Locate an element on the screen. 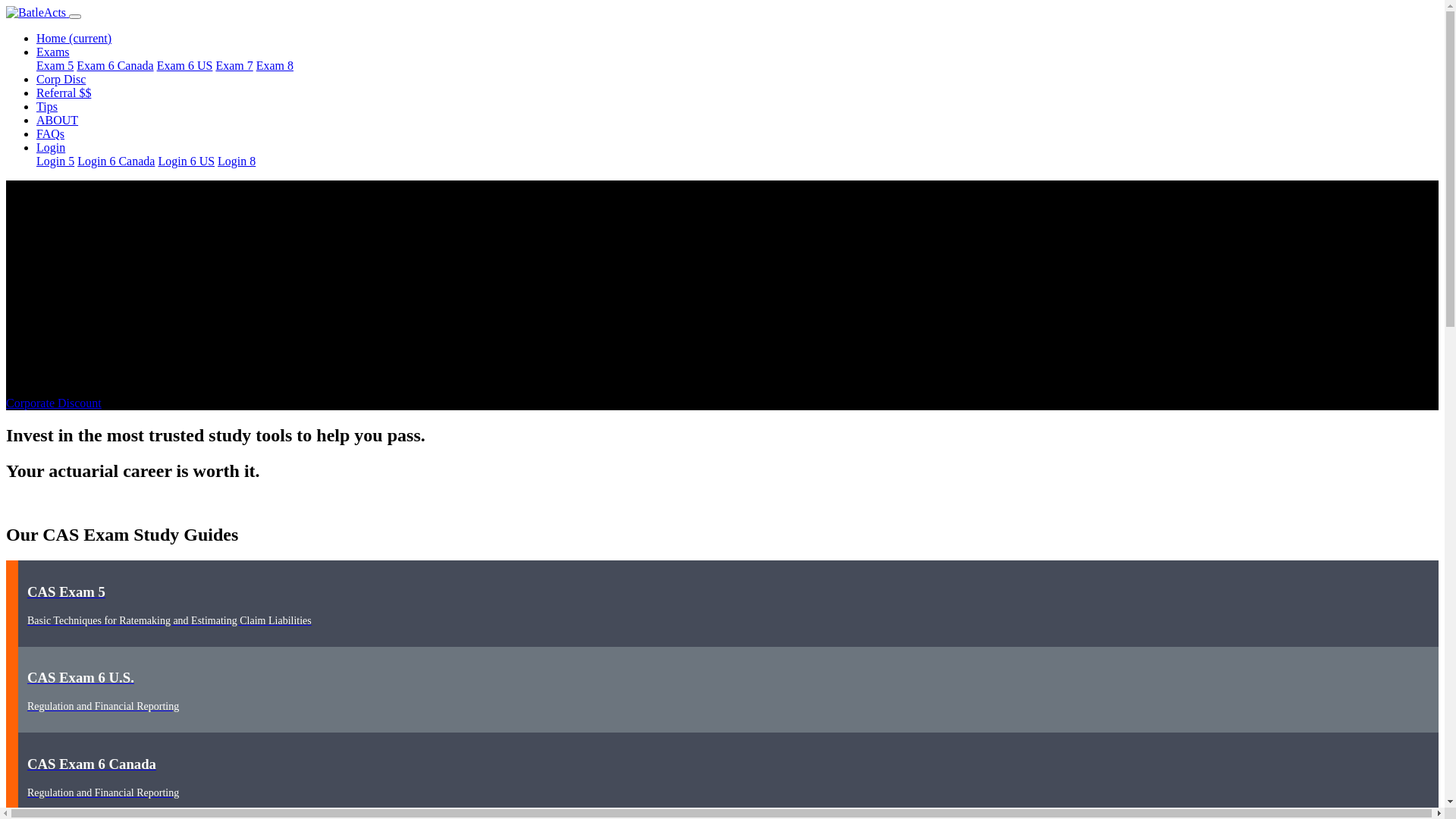 Image resolution: width=1456 pixels, height=819 pixels. 'Exams' is located at coordinates (36, 51).